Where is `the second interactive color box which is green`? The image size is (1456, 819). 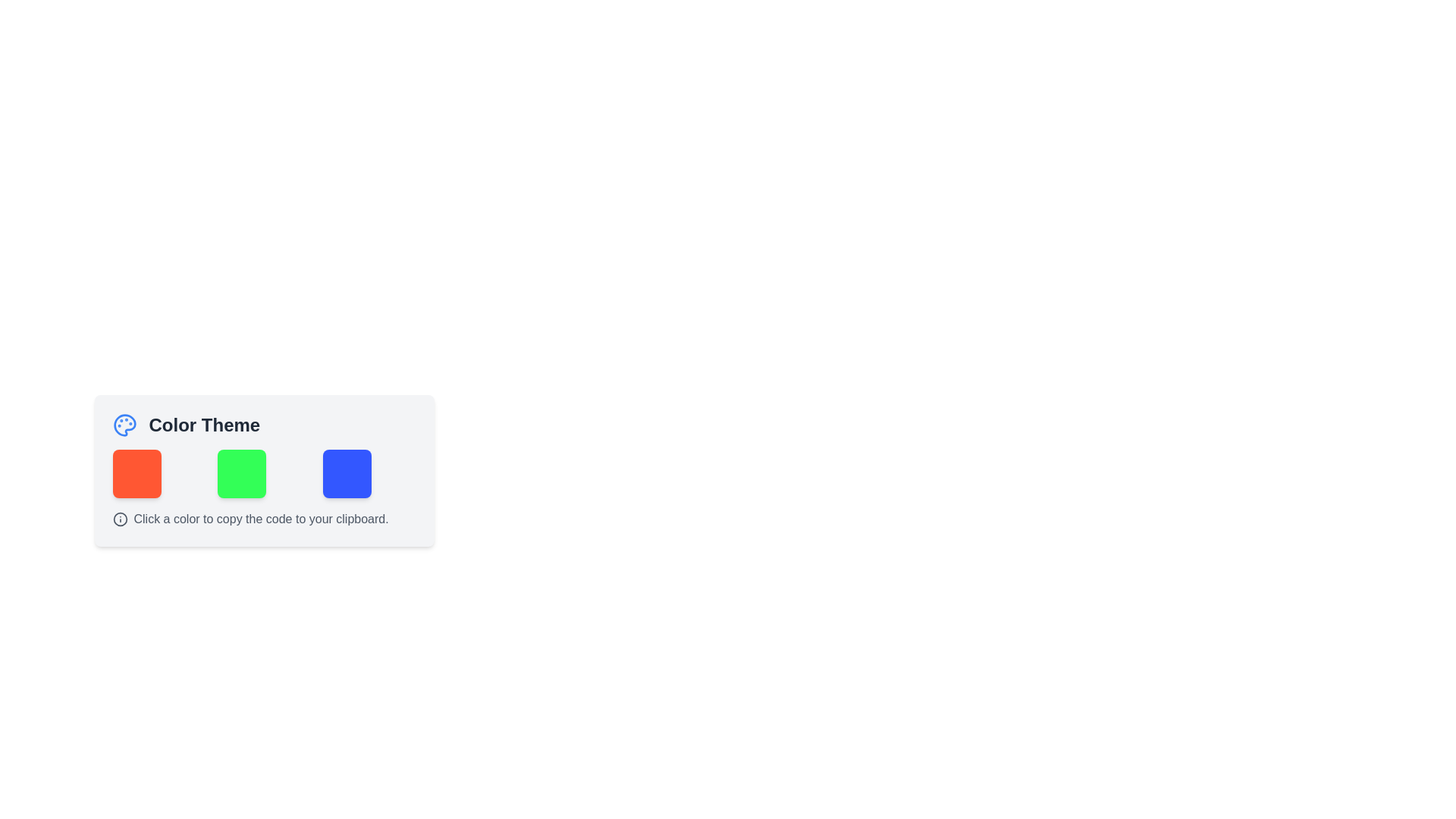
the second interactive color box which is green is located at coordinates (241, 472).